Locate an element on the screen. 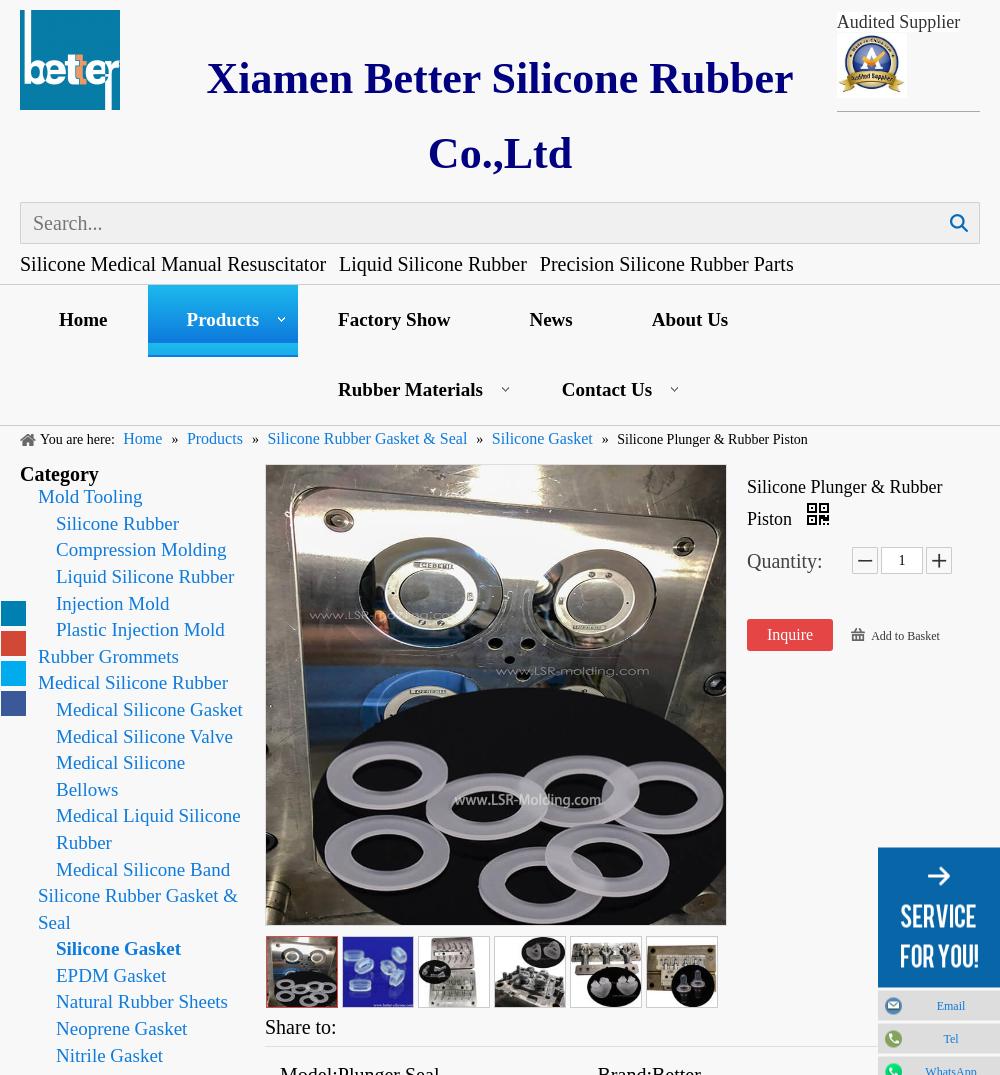 This screenshot has height=1075, width=1000. 'Medical Silicone Valve' is located at coordinates (144, 735).